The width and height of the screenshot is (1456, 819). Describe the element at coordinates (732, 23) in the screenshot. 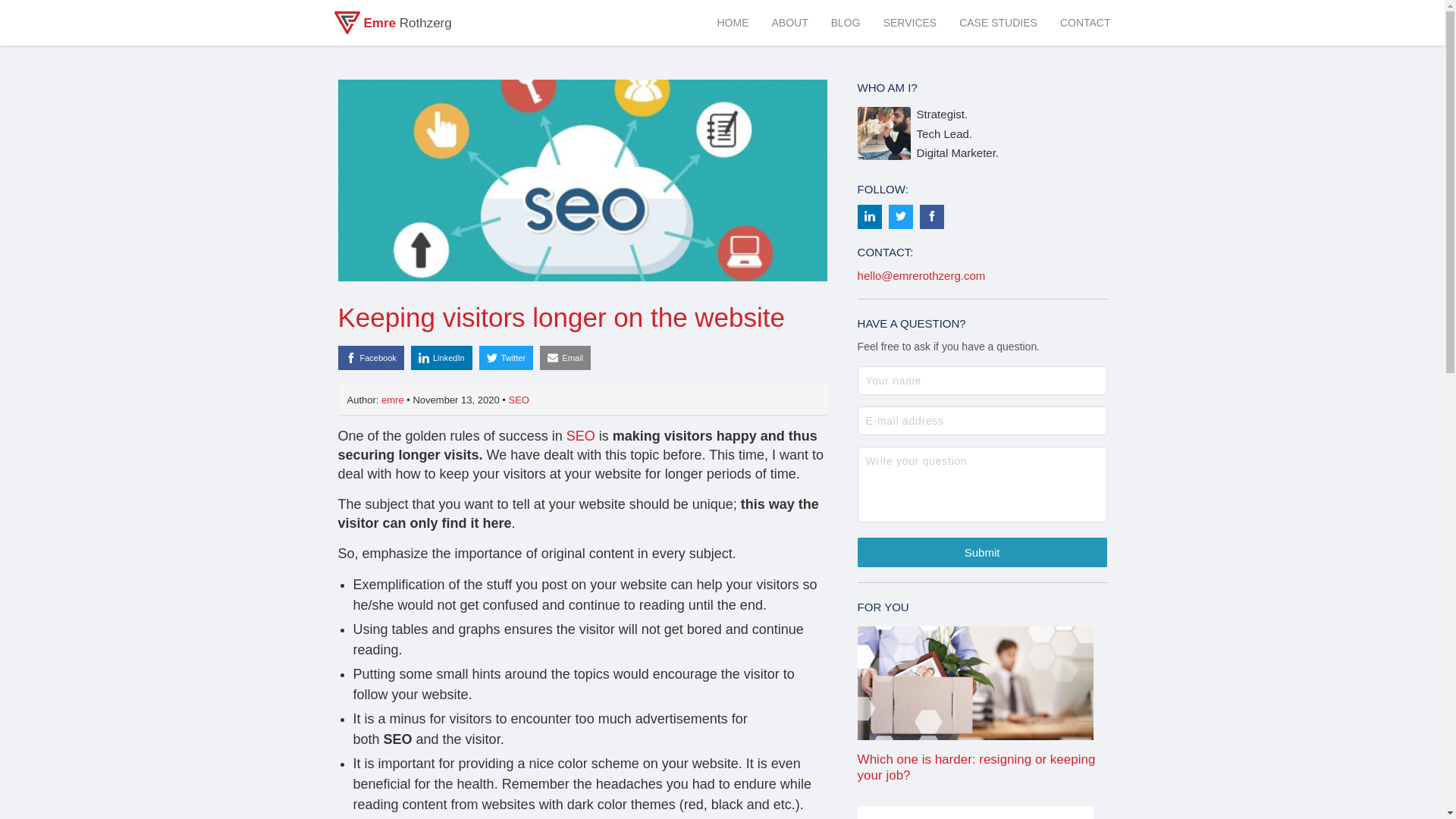

I see `'HOME'` at that location.